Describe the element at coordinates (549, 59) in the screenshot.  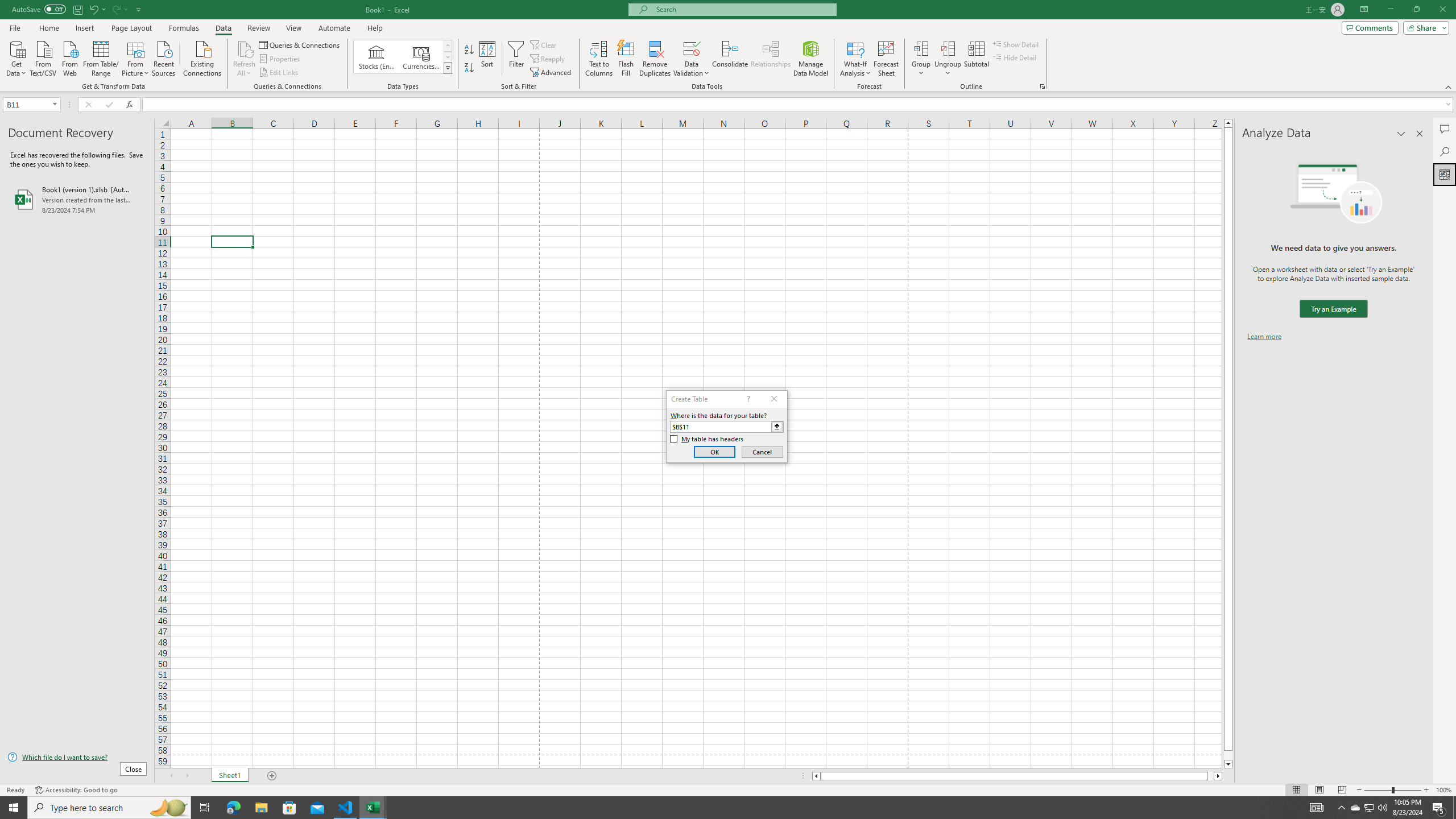
I see `'Reapply'` at that location.